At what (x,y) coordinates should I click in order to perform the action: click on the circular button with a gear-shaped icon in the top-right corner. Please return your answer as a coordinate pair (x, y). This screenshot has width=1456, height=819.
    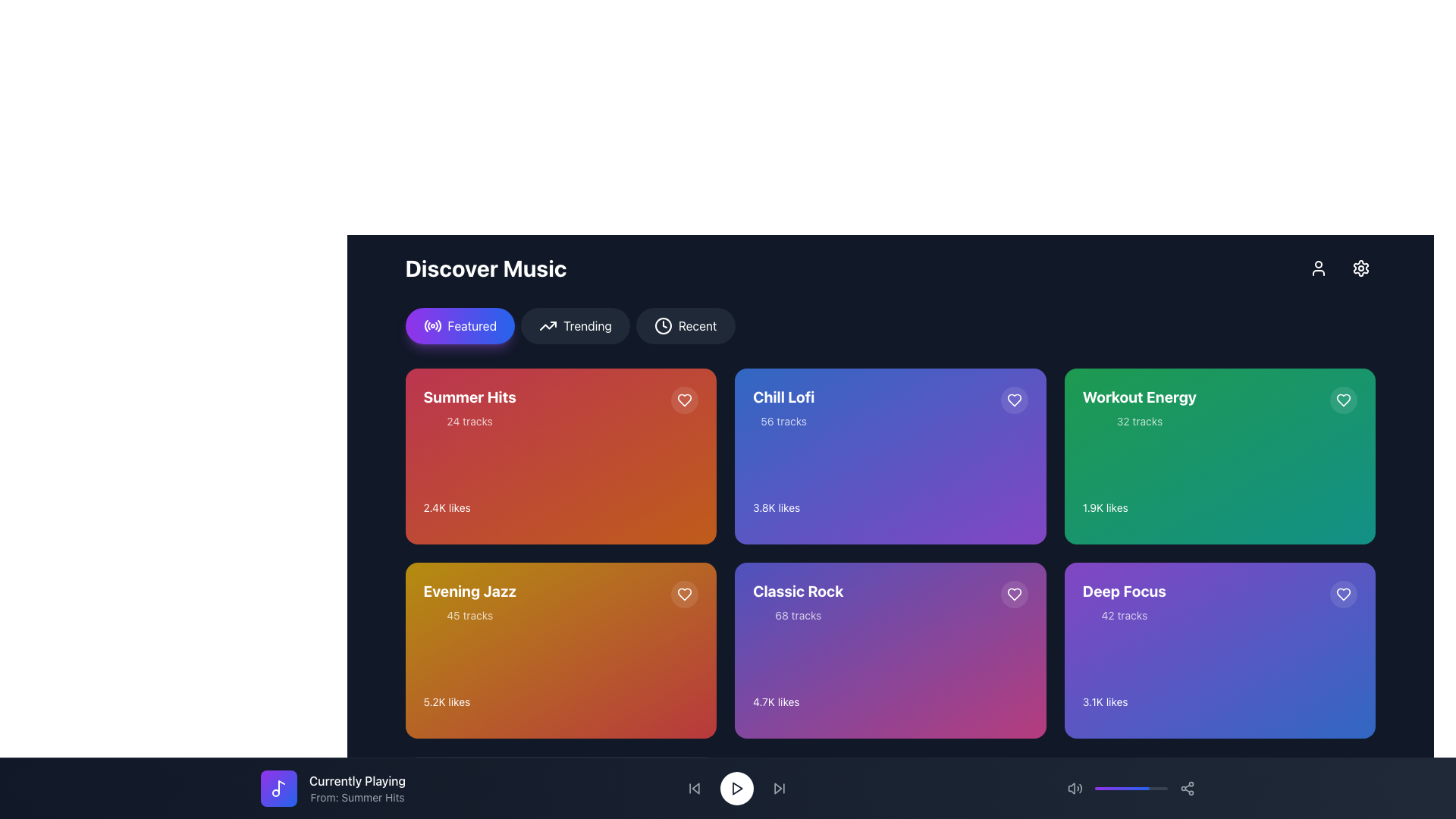
    Looking at the image, I should click on (1360, 268).